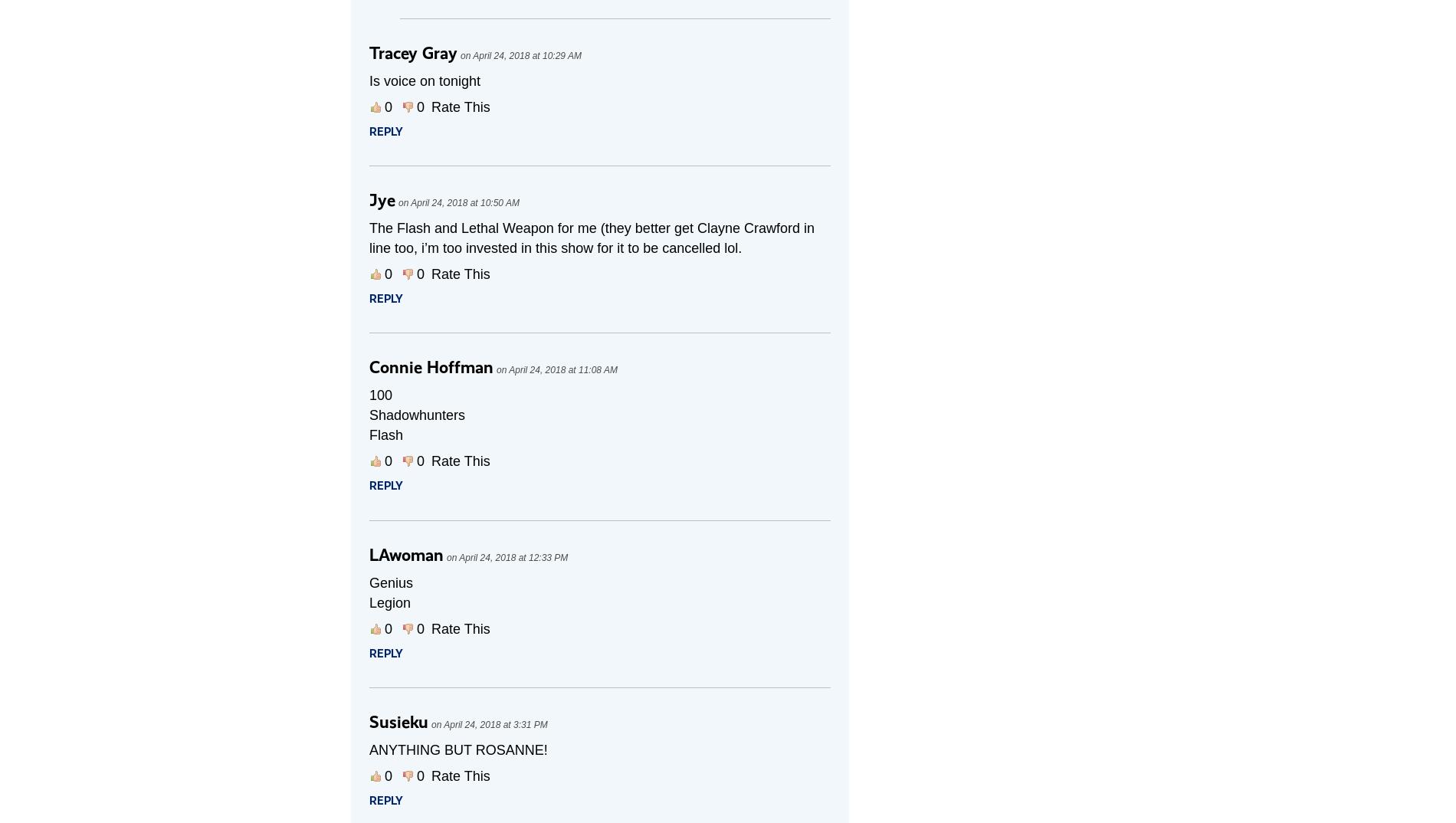 The height and width of the screenshot is (823, 1456). Describe the element at coordinates (590, 238) in the screenshot. I see `'The Flash and Lethal Weapon for me (they better get Clayne Crawford in line too, i’m too invested in this show for it to be cancelled lol.'` at that location.